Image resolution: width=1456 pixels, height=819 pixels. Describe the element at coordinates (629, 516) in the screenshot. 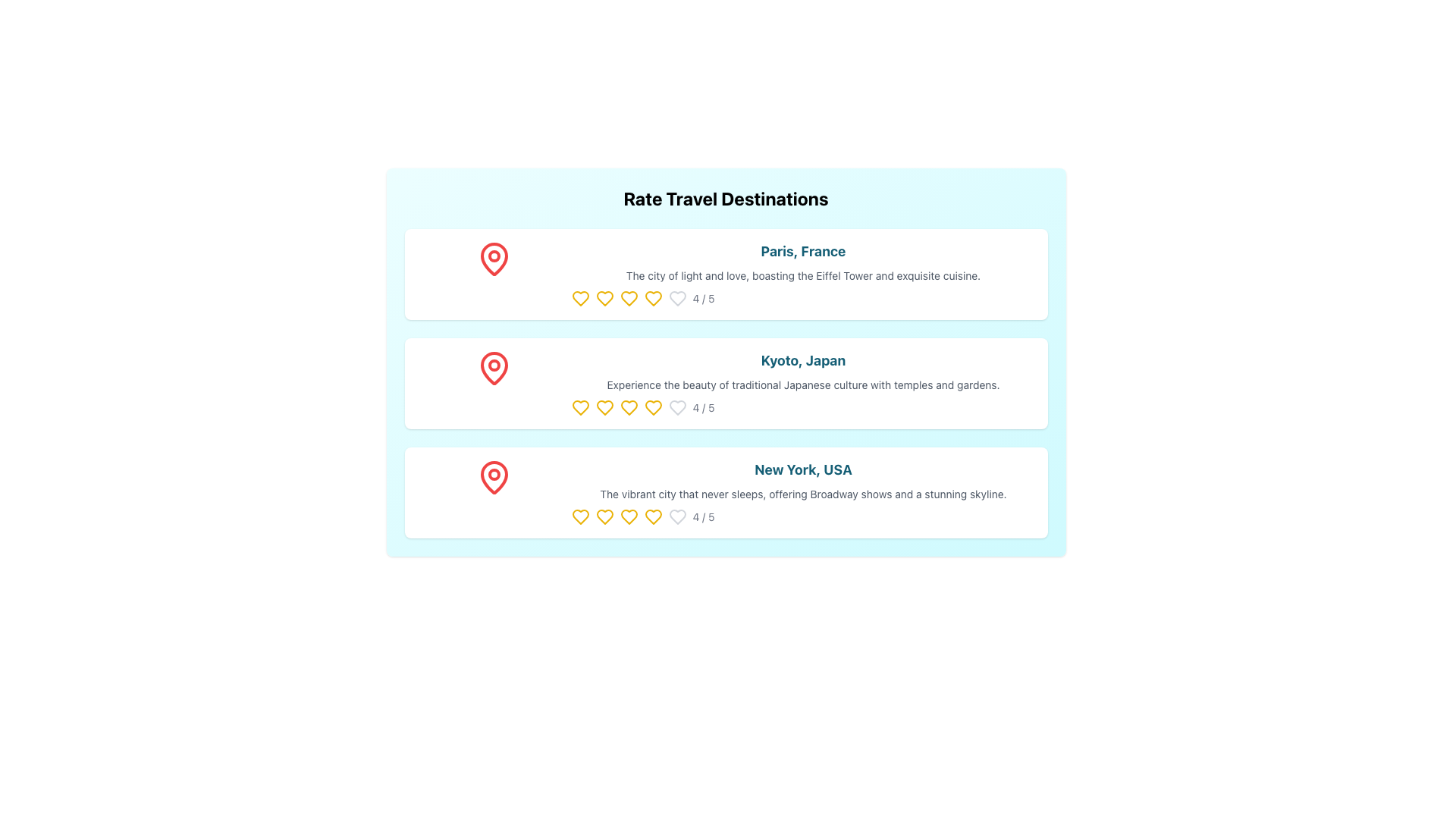

I see `the fourth heart-shaped rating icon for 'New York, USA'` at that location.